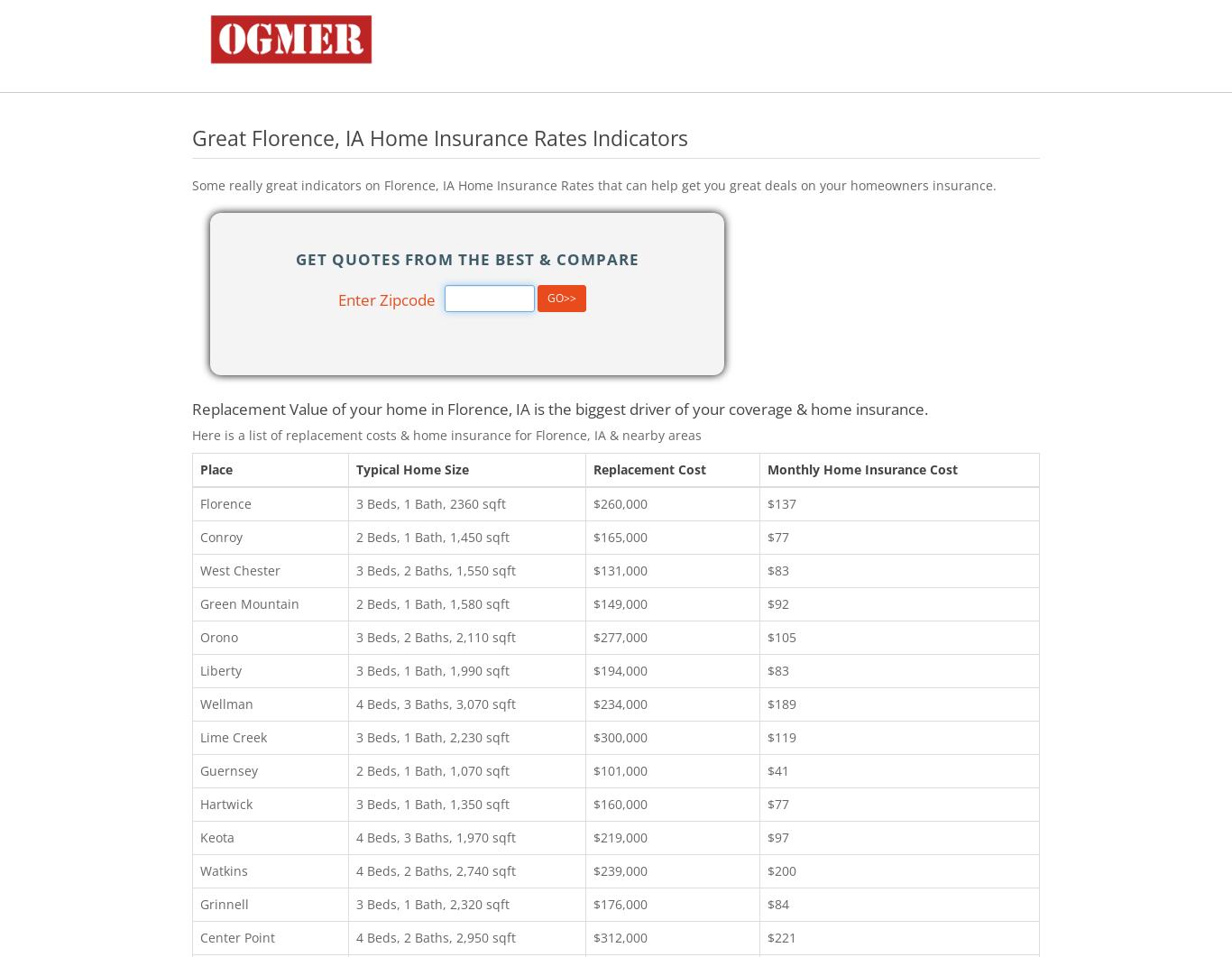 The height and width of the screenshot is (957, 1232). Describe the element at coordinates (781, 736) in the screenshot. I see `'$119'` at that location.